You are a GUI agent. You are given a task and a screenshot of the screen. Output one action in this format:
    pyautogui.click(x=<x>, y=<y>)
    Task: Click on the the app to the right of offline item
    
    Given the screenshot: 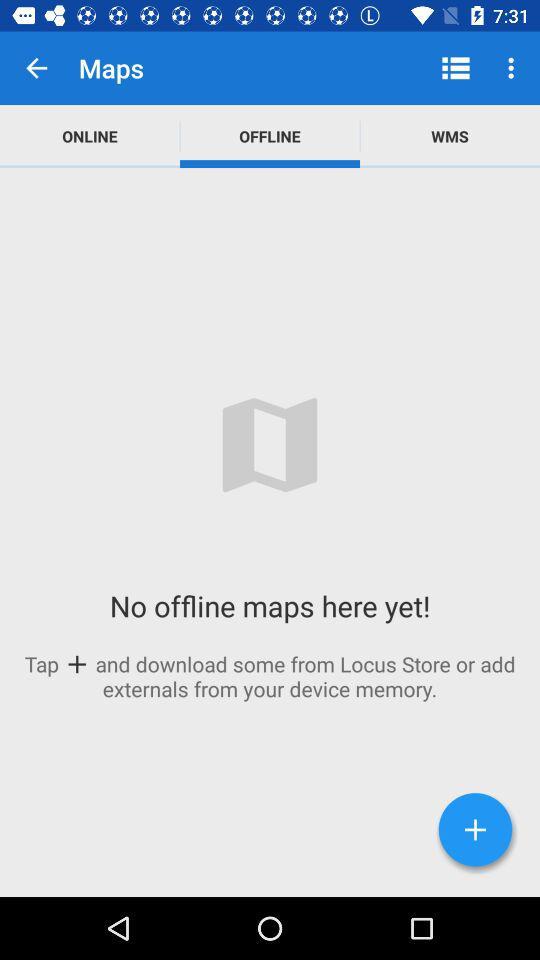 What is the action you would take?
    pyautogui.click(x=455, y=68)
    